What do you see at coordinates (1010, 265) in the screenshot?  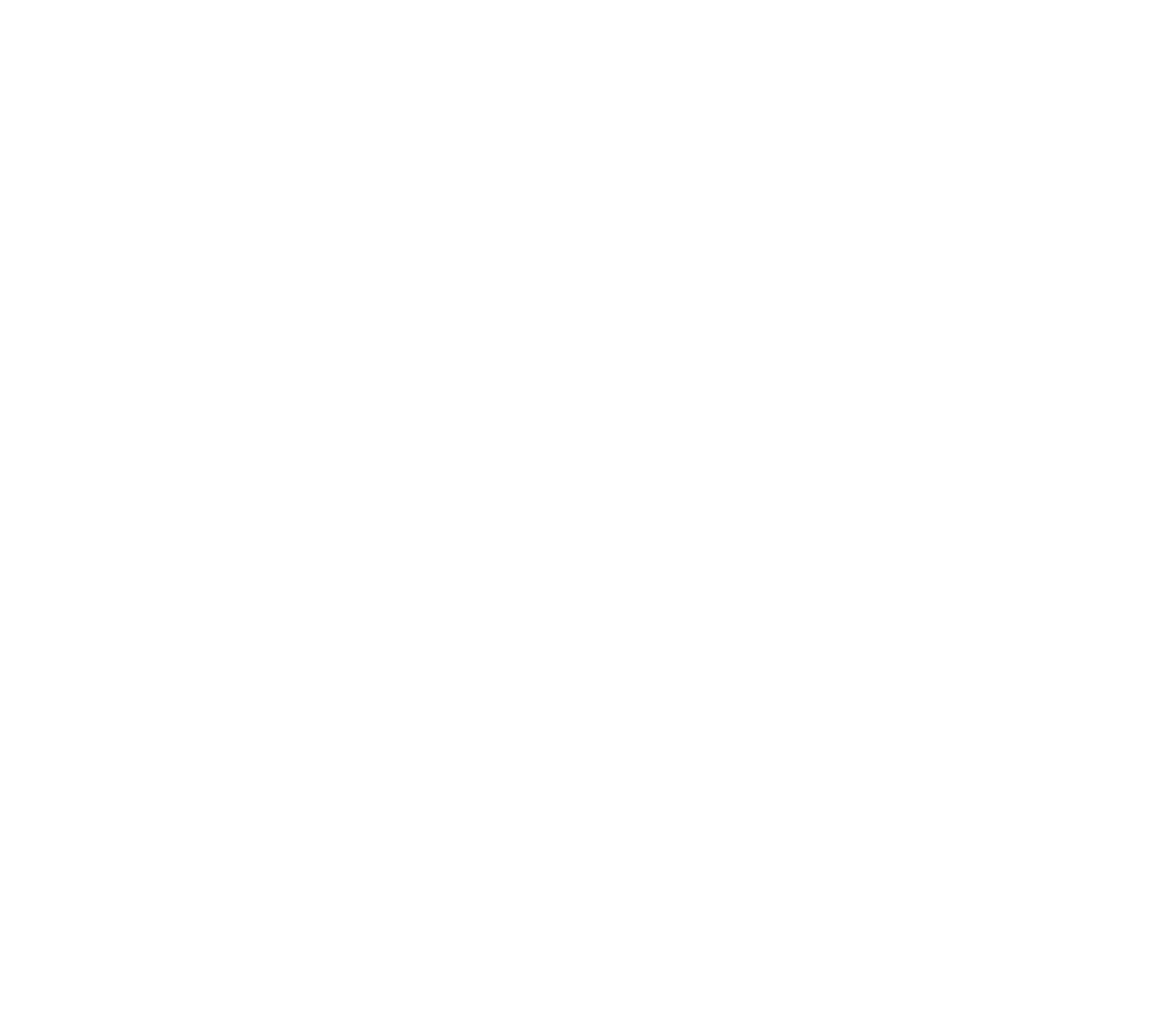 I see `'Brandi Carlile Searches For The Artist Within, Part 2'` at bounding box center [1010, 265].